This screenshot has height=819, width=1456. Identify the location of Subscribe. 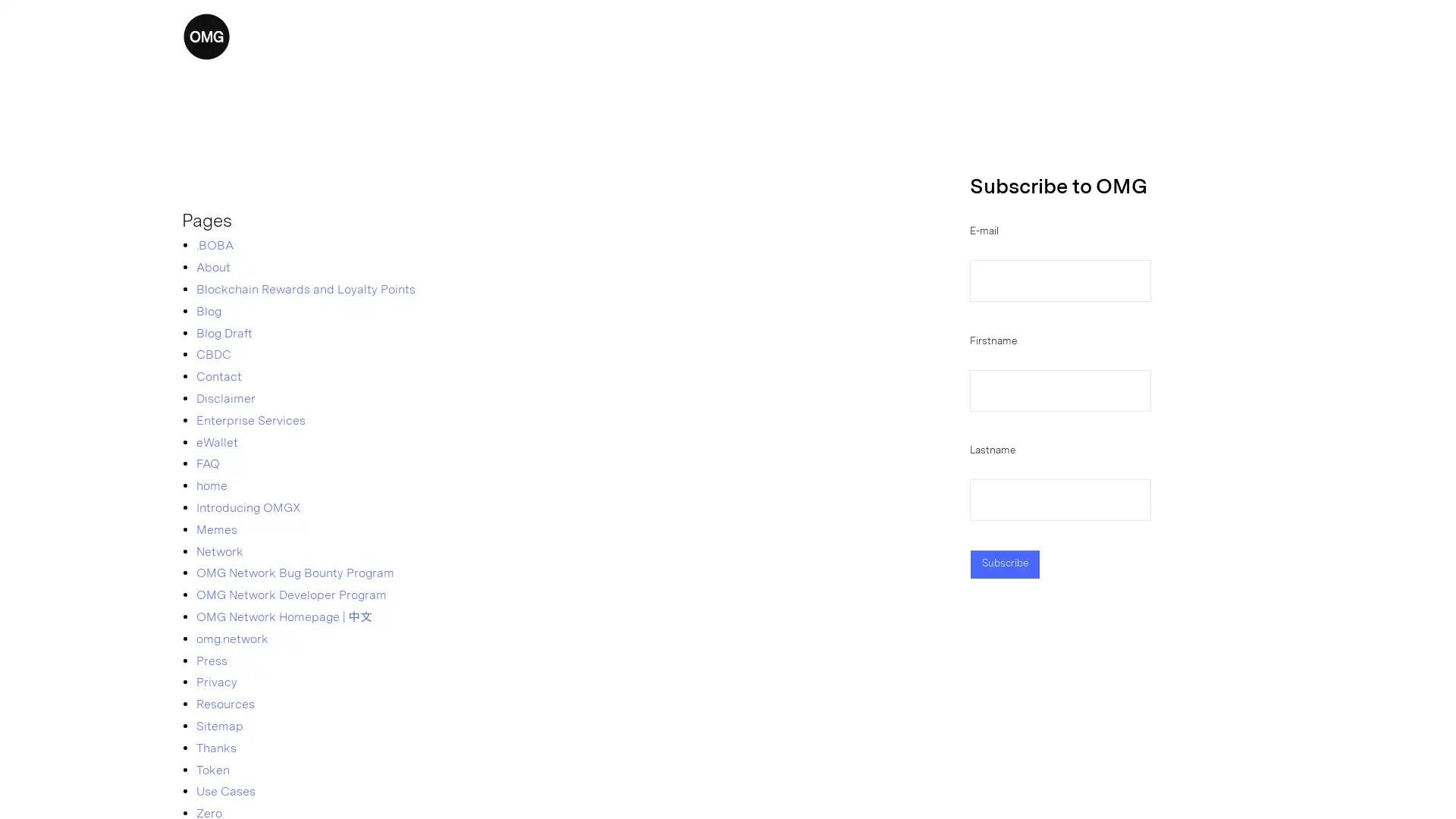
(1005, 564).